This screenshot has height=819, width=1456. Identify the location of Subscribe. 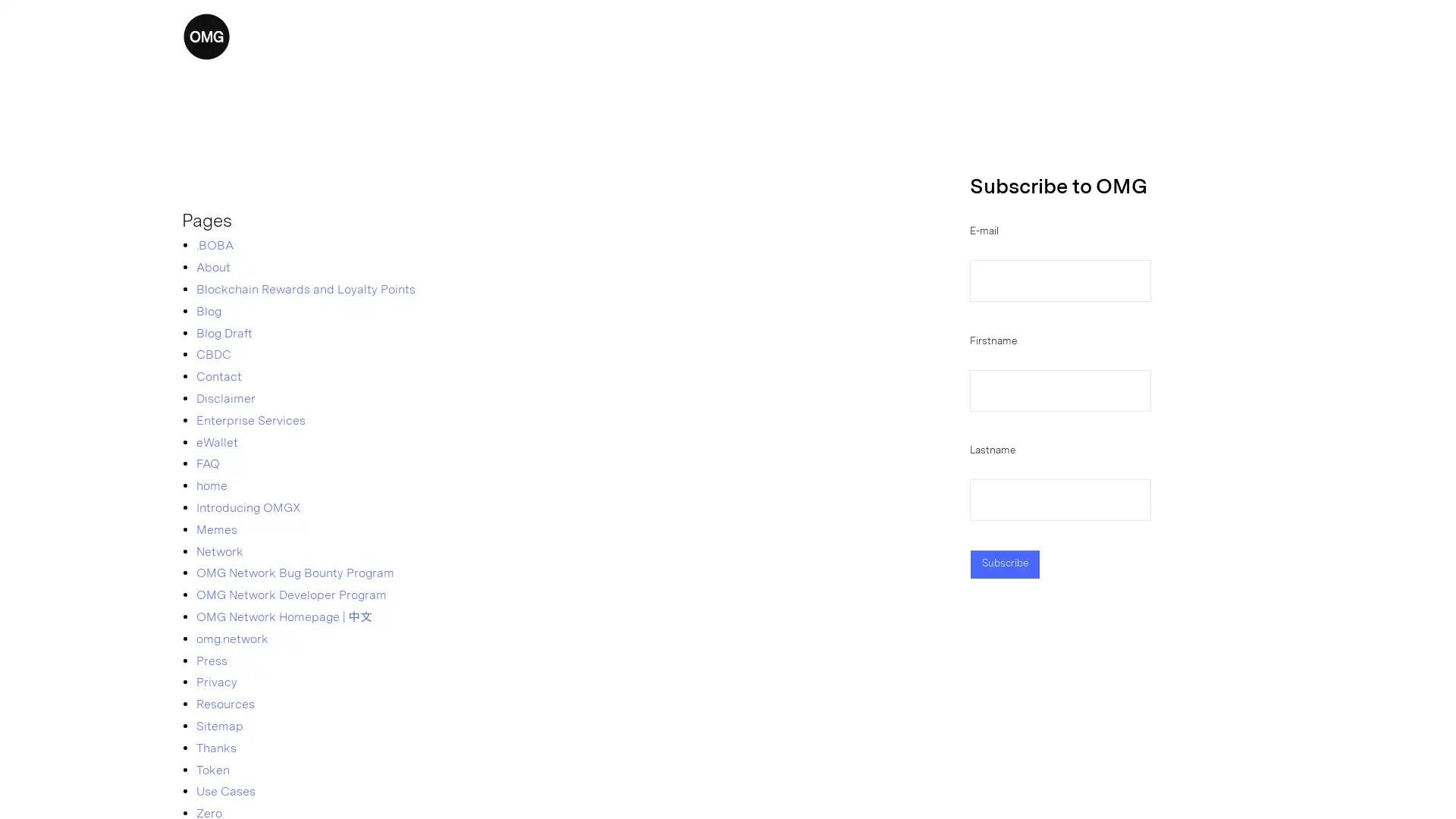
(1005, 564).